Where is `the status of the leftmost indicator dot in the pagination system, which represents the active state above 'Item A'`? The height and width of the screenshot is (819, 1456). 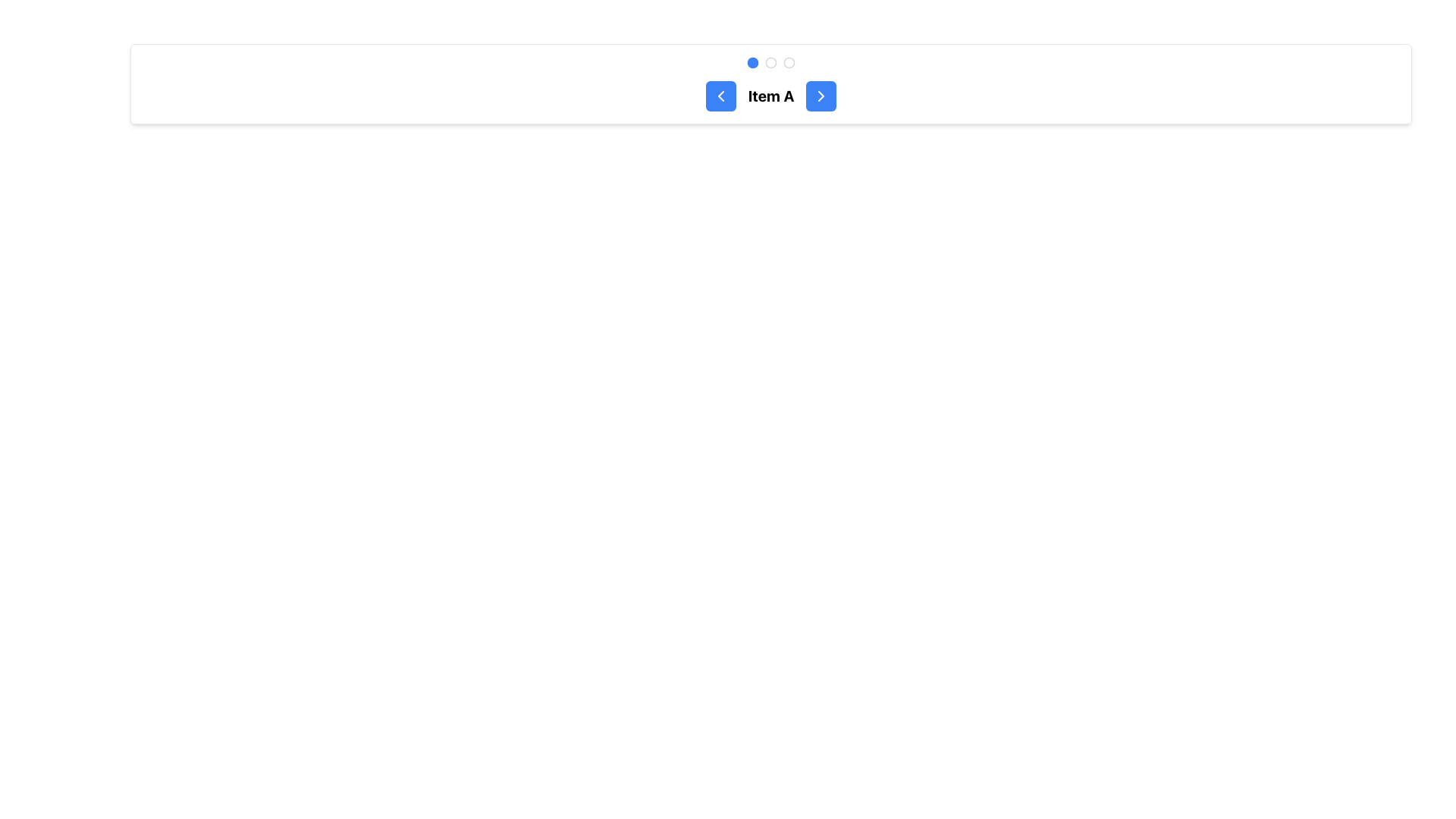
the status of the leftmost indicator dot in the pagination system, which represents the active state above 'Item A' is located at coordinates (753, 62).